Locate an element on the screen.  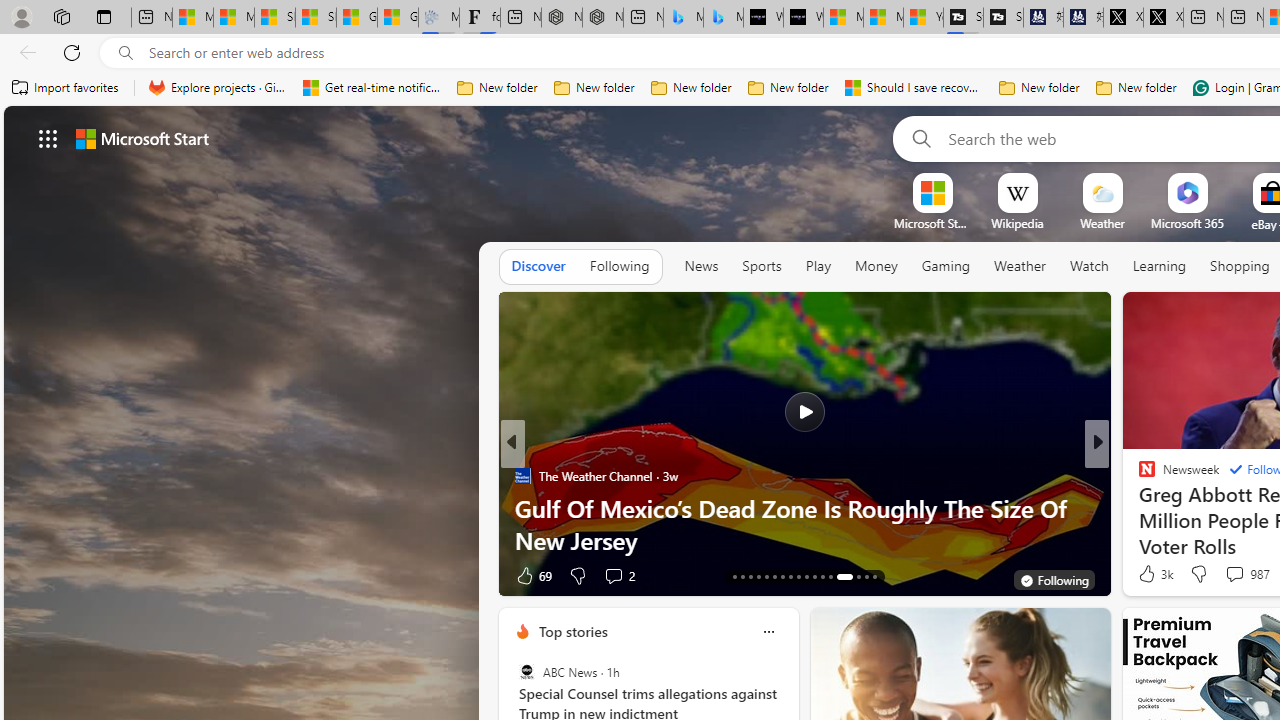
'AutomationID: tab-29' is located at coordinates (874, 577).